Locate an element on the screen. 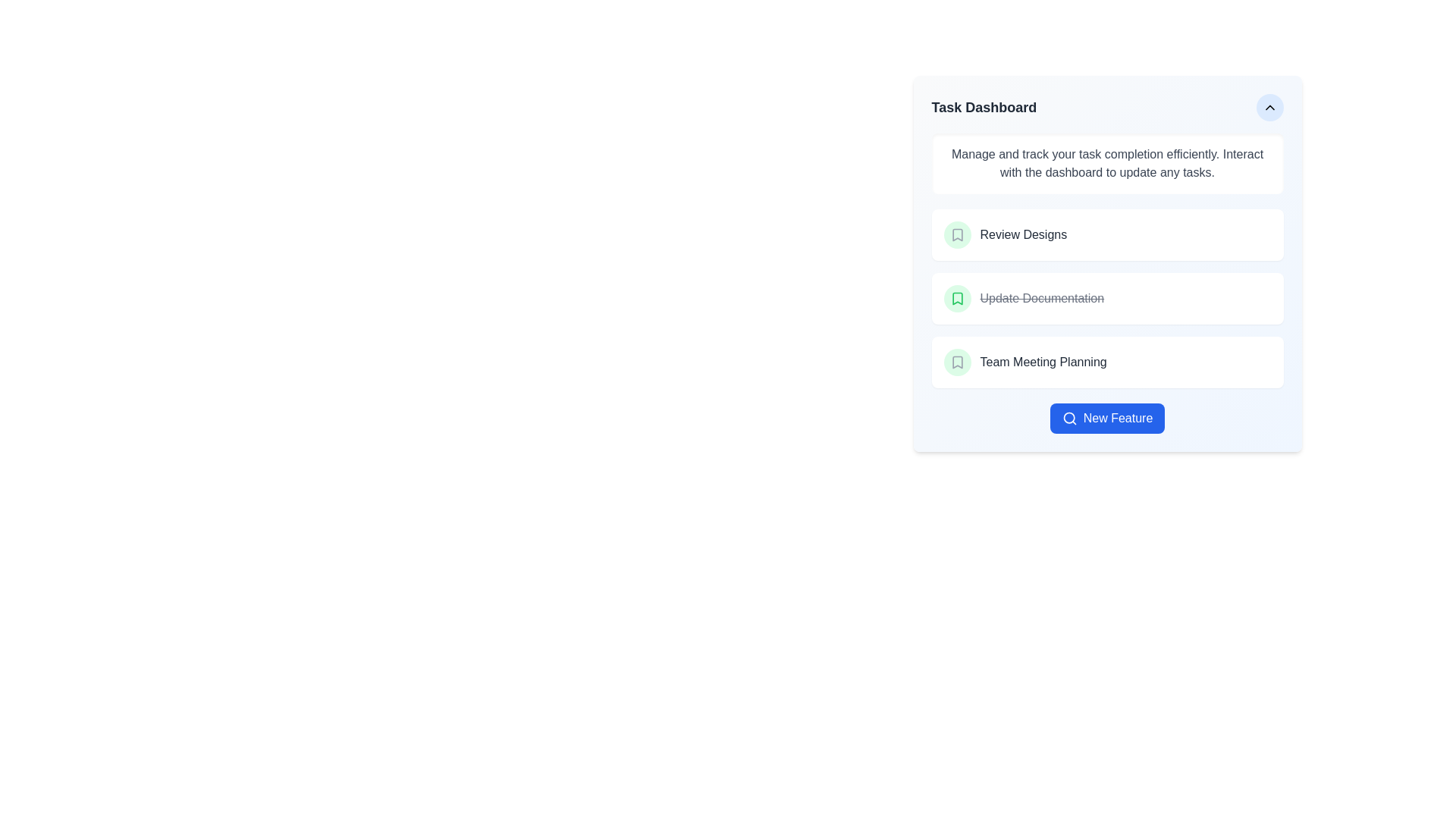 This screenshot has width=1456, height=819. informational text box located below the main heading of the 'Task Dashboard', which provides guidance on managing and tracking task completion is located at coordinates (1107, 164).